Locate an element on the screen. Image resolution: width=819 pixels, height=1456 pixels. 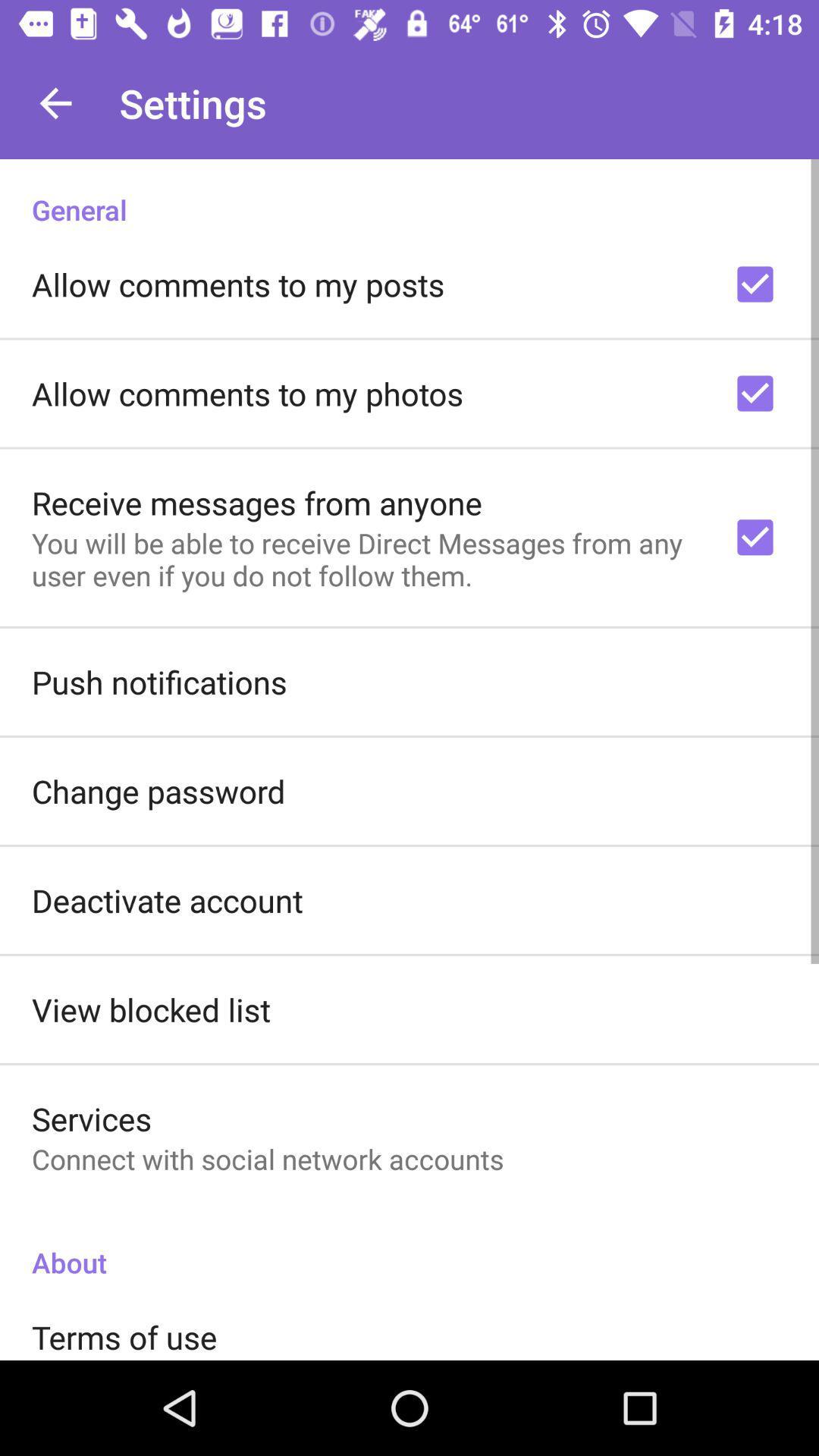
the item below the change password icon is located at coordinates (167, 900).